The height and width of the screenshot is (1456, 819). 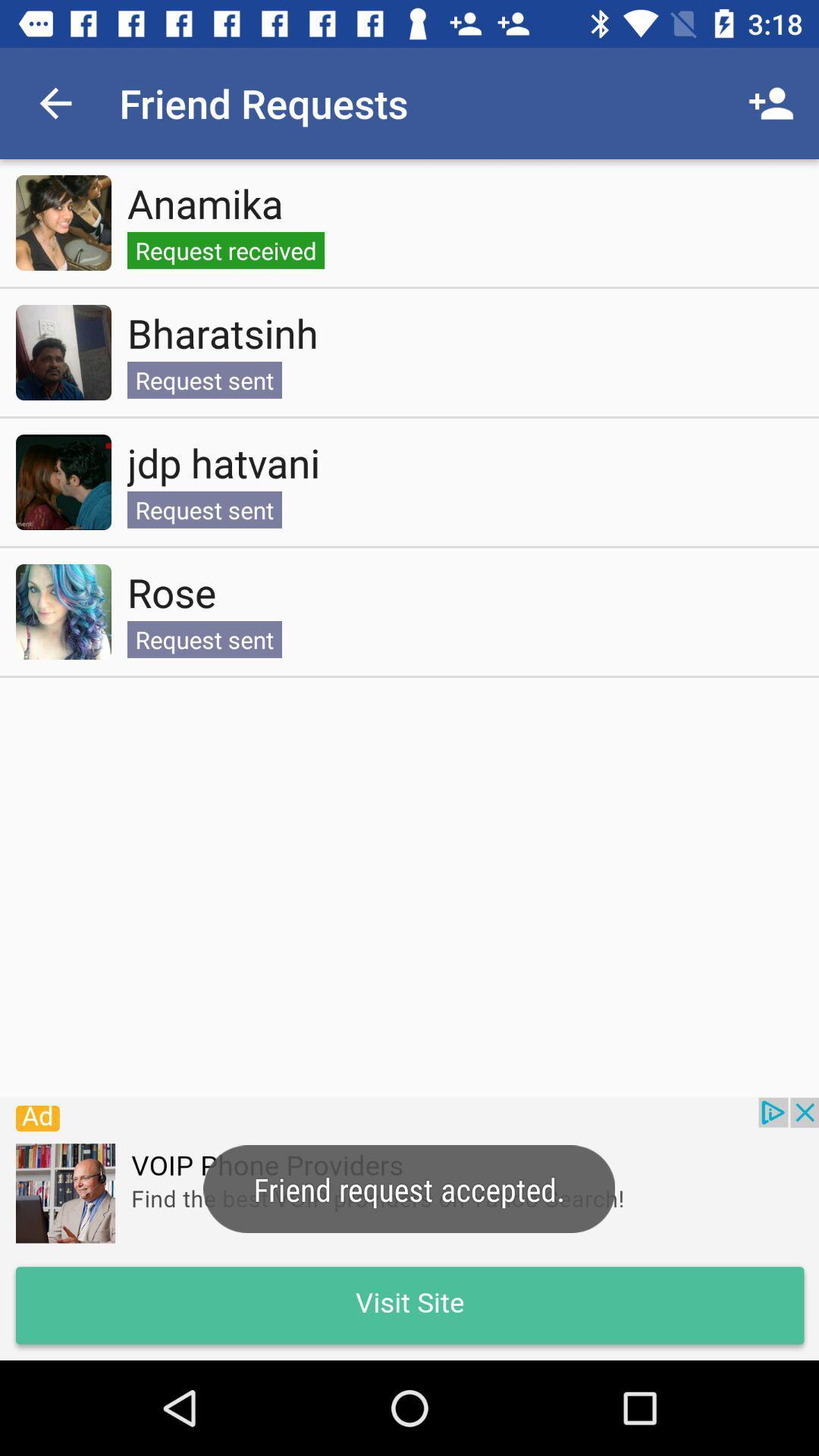 What do you see at coordinates (63, 221) in the screenshot?
I see `click anamika 's profile` at bounding box center [63, 221].